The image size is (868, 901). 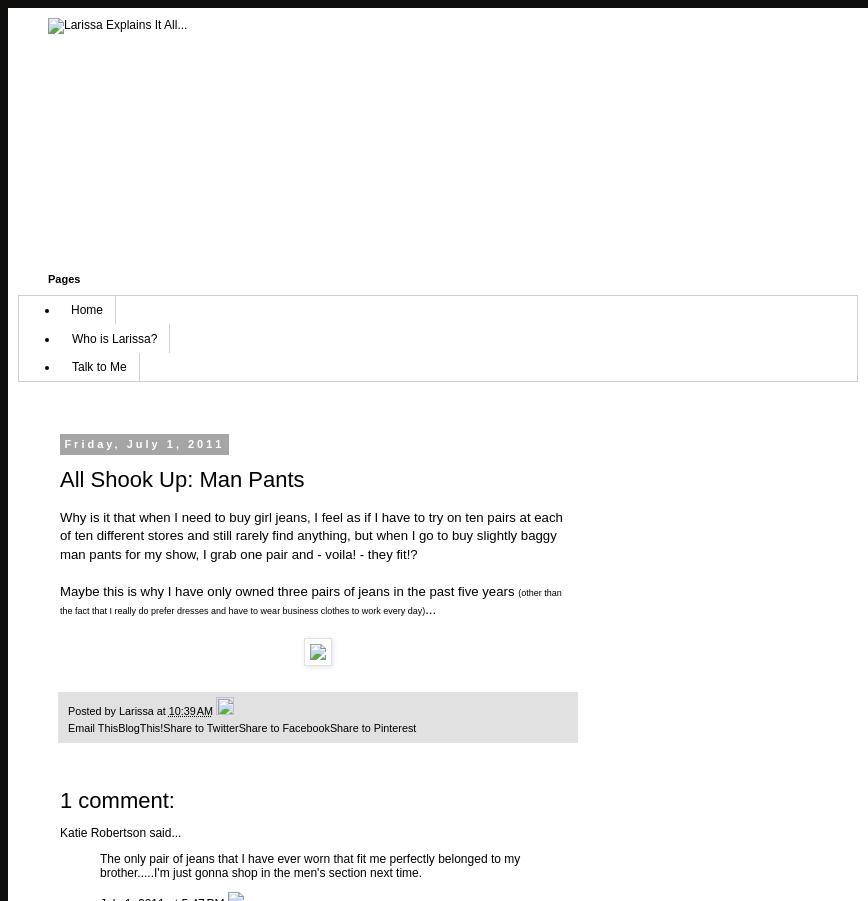 What do you see at coordinates (237, 727) in the screenshot?
I see `'Share to Facebook'` at bounding box center [237, 727].